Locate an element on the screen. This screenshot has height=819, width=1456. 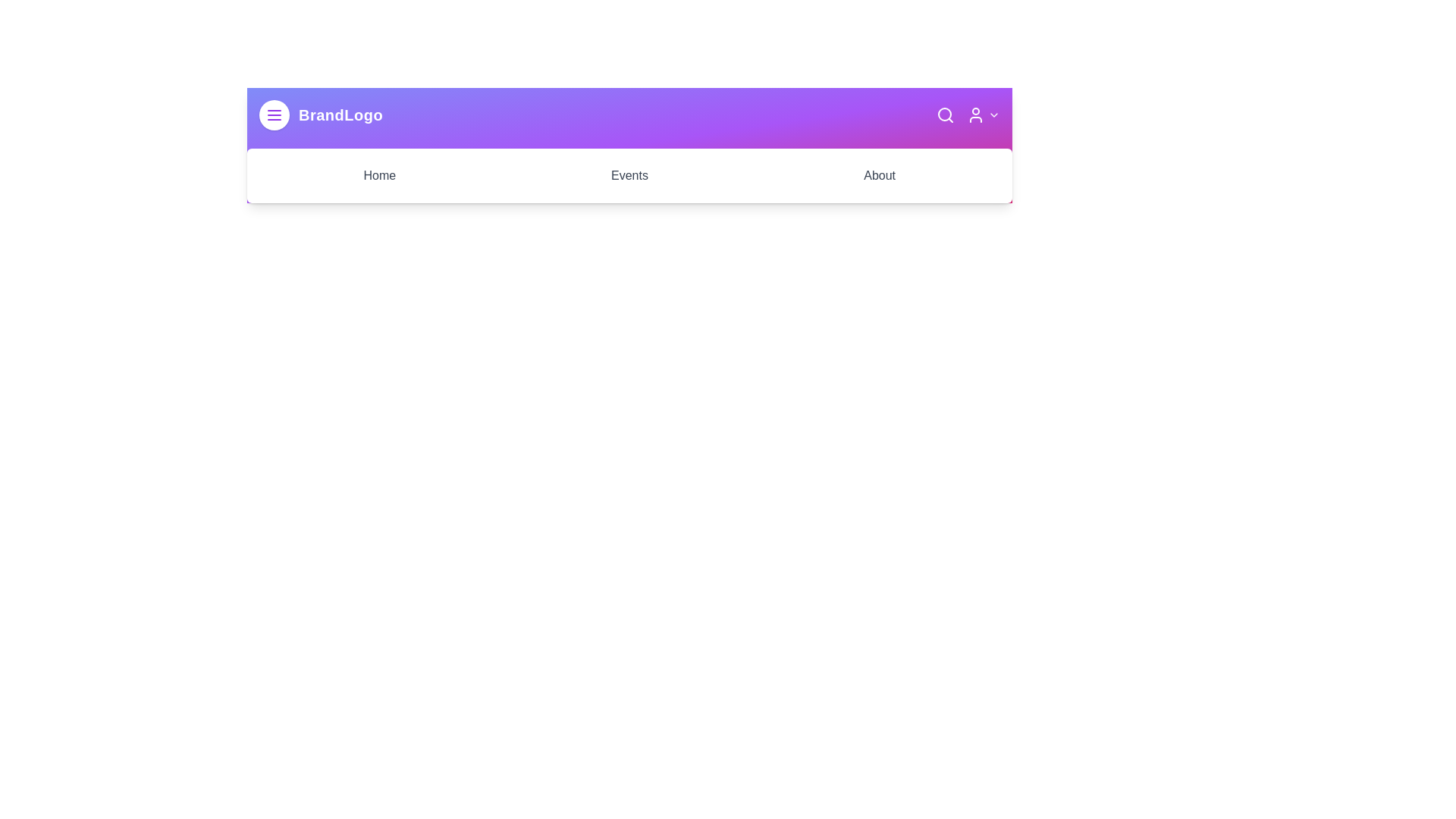
the 'About' link in the navigation bar is located at coordinates (880, 174).